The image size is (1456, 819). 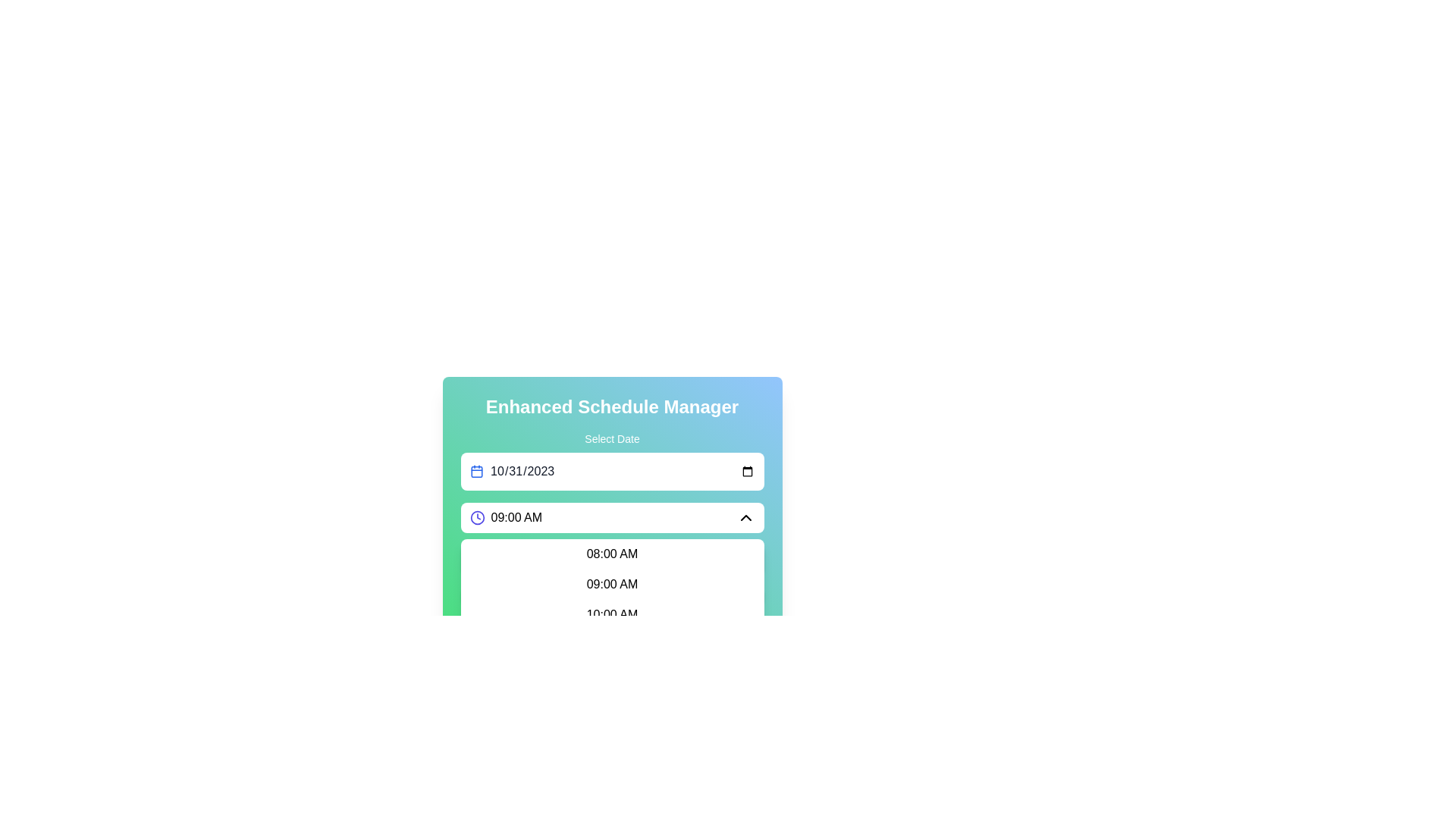 I want to click on the chevron icon pointing upwards located at the far-right of the '09:00 AM' time selection row to modify or adjust the time selection, so click(x=745, y=516).